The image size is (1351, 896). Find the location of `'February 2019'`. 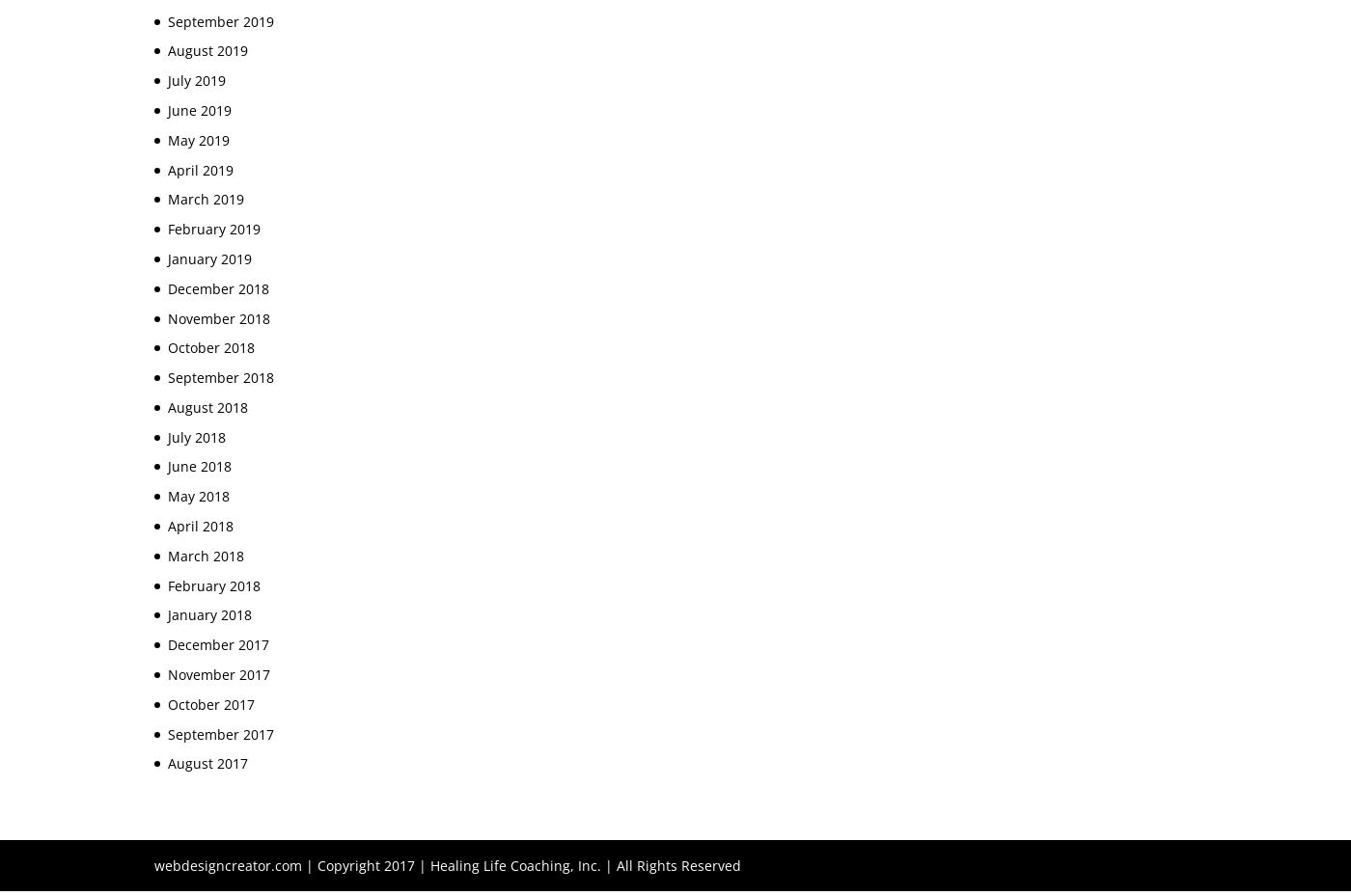

'February 2019' is located at coordinates (213, 228).